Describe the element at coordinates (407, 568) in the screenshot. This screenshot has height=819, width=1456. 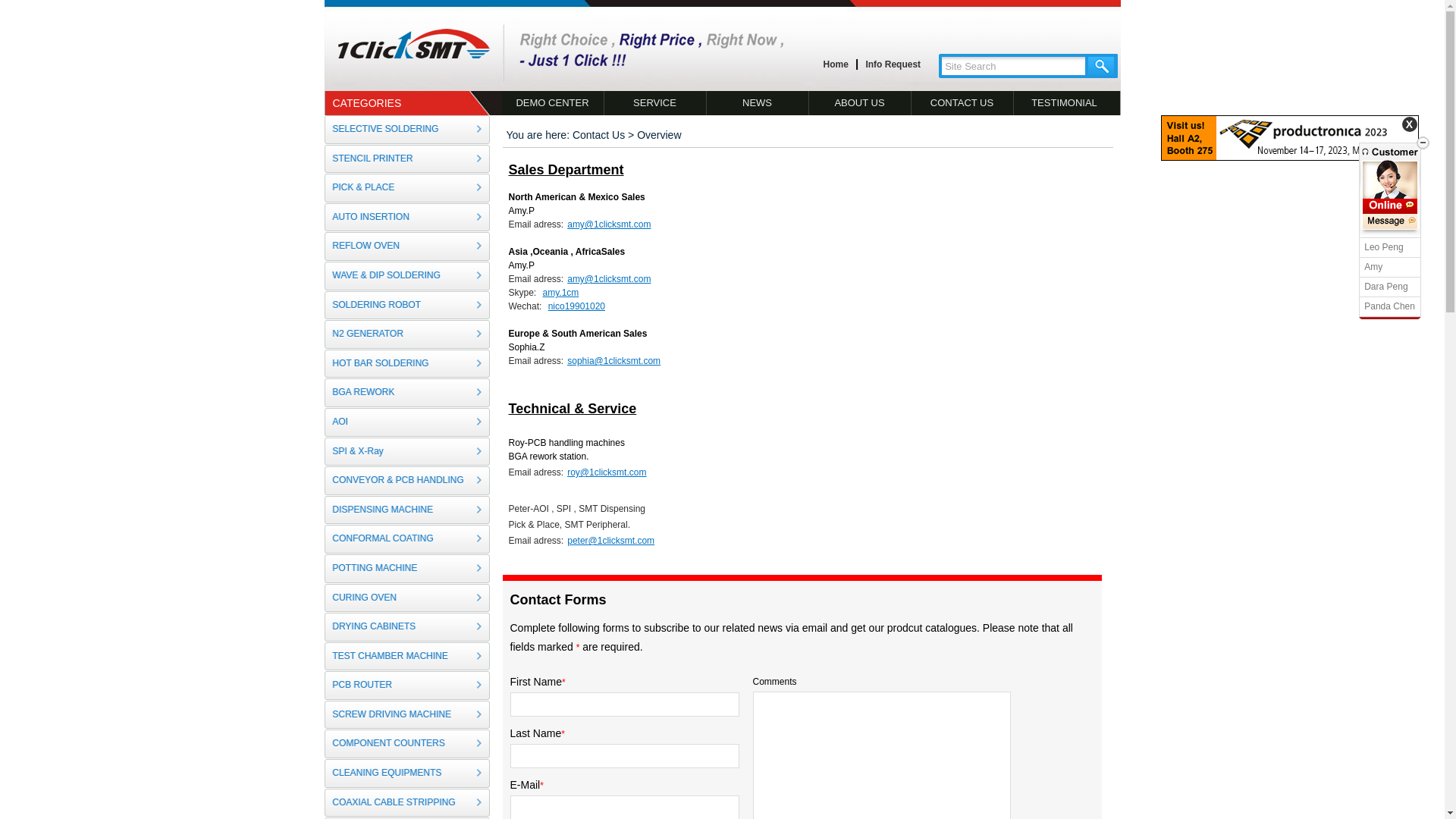
I see `'POTTING MACHINE'` at that location.